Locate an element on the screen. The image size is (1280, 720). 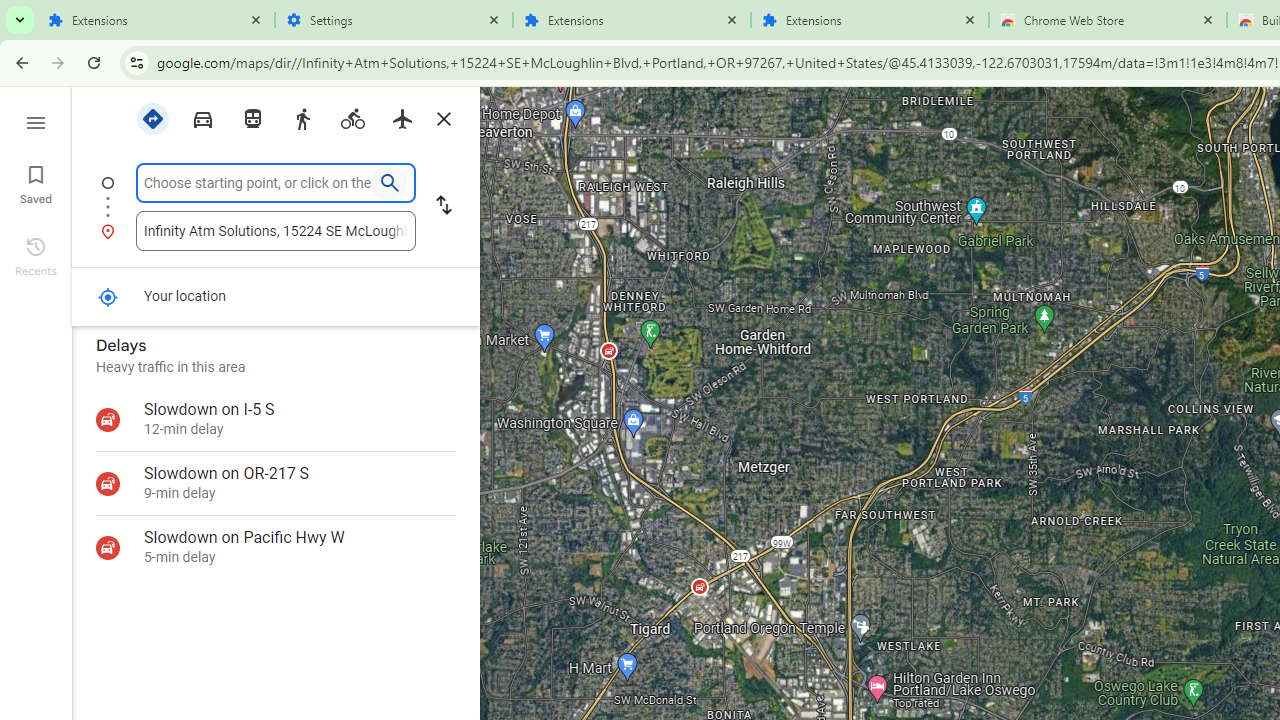
'Driving' is located at coordinates (202, 117).